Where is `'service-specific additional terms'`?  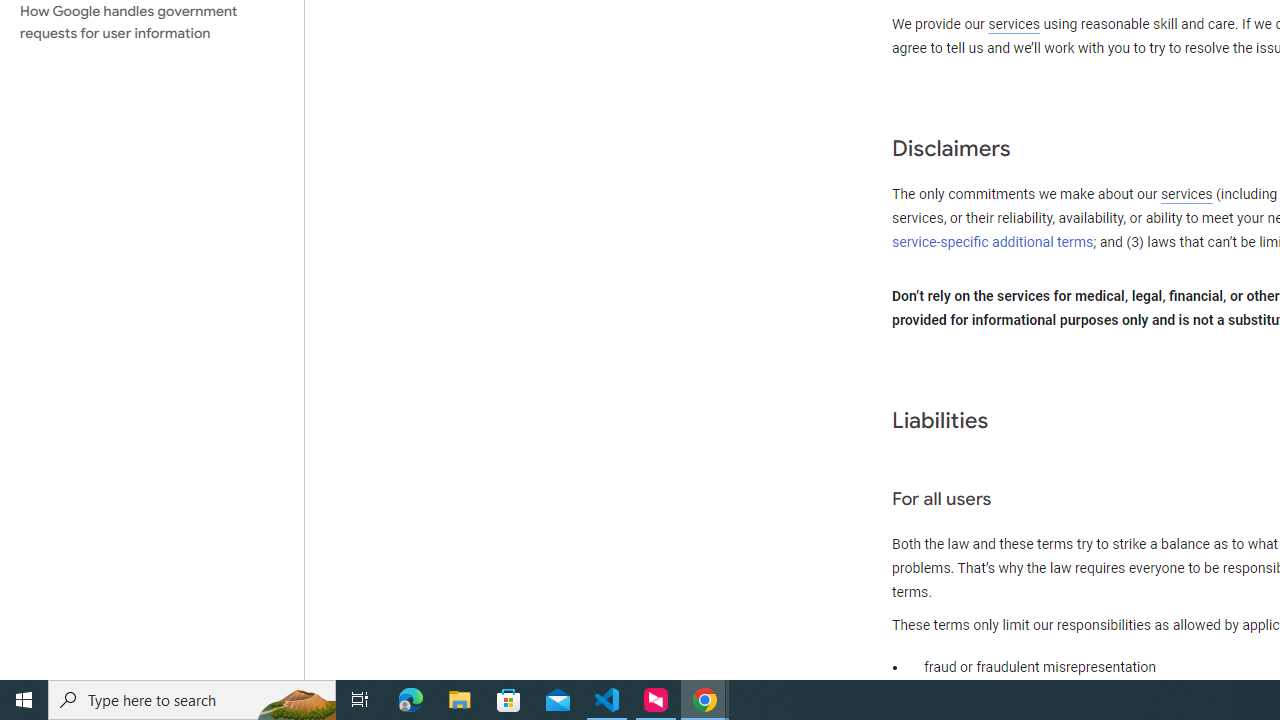
'service-specific additional terms' is located at coordinates (993, 241).